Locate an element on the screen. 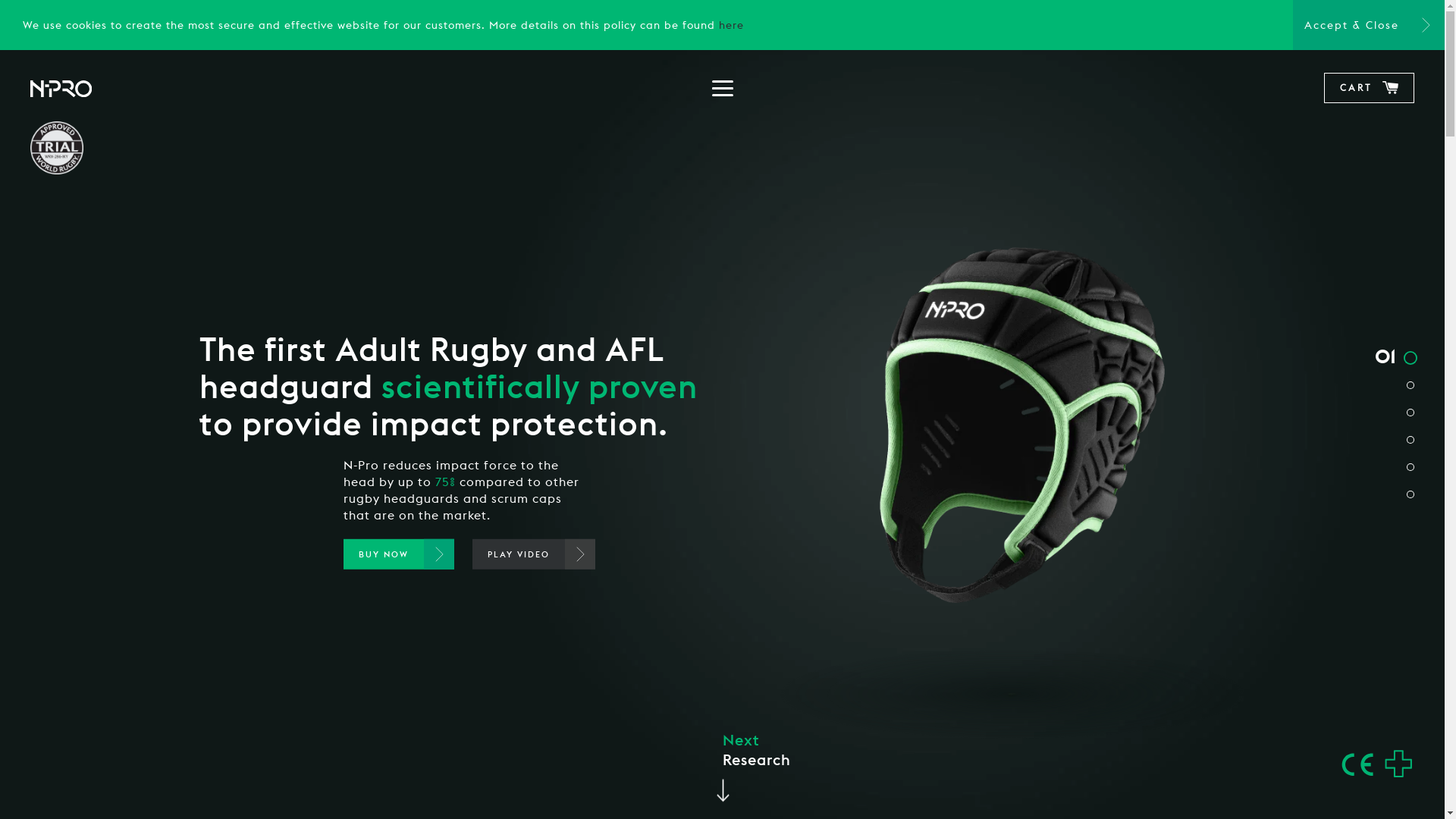  '01' is located at coordinates (1400, 359).